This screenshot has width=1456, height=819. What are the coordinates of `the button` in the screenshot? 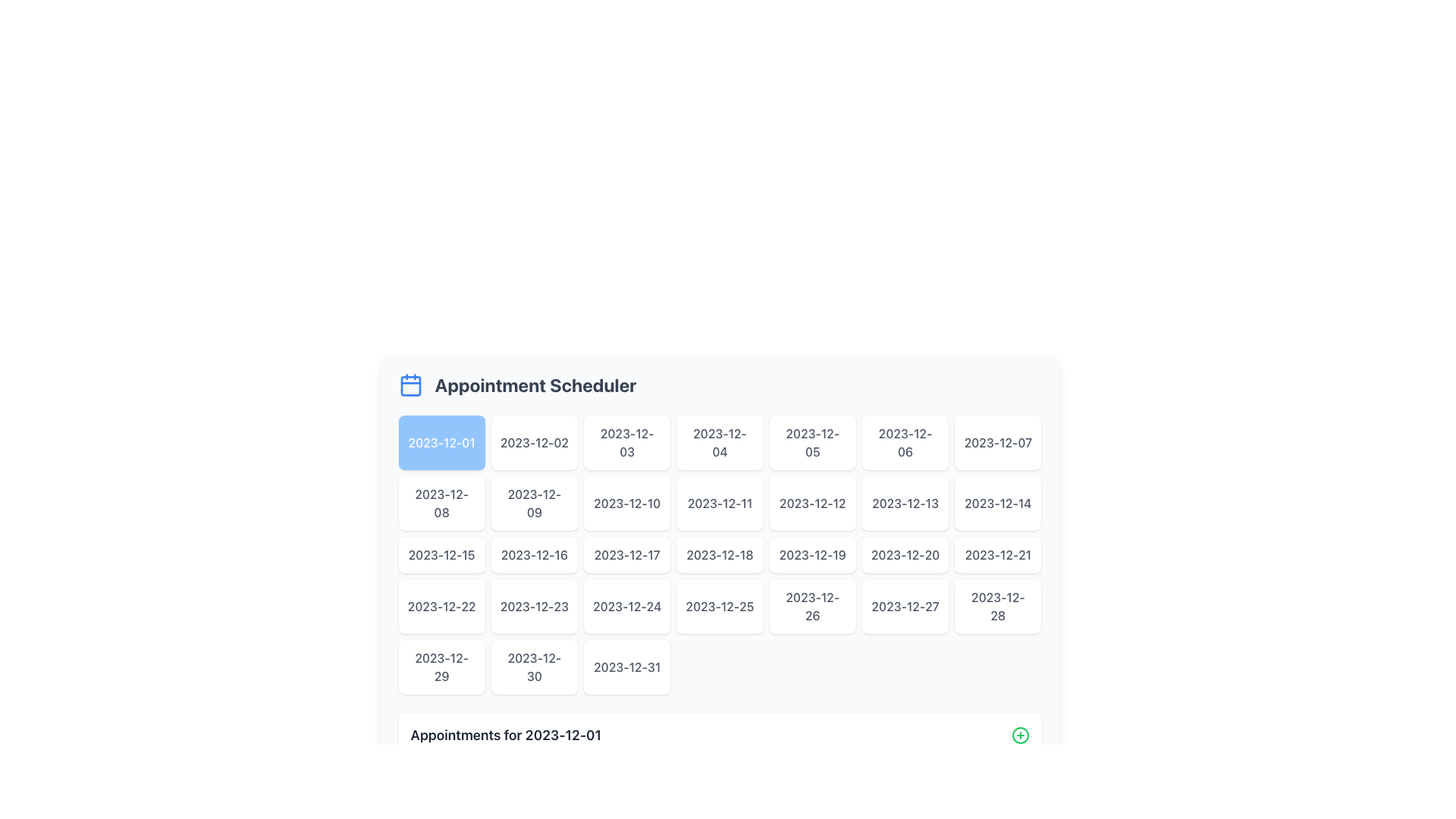 It's located at (811, 605).